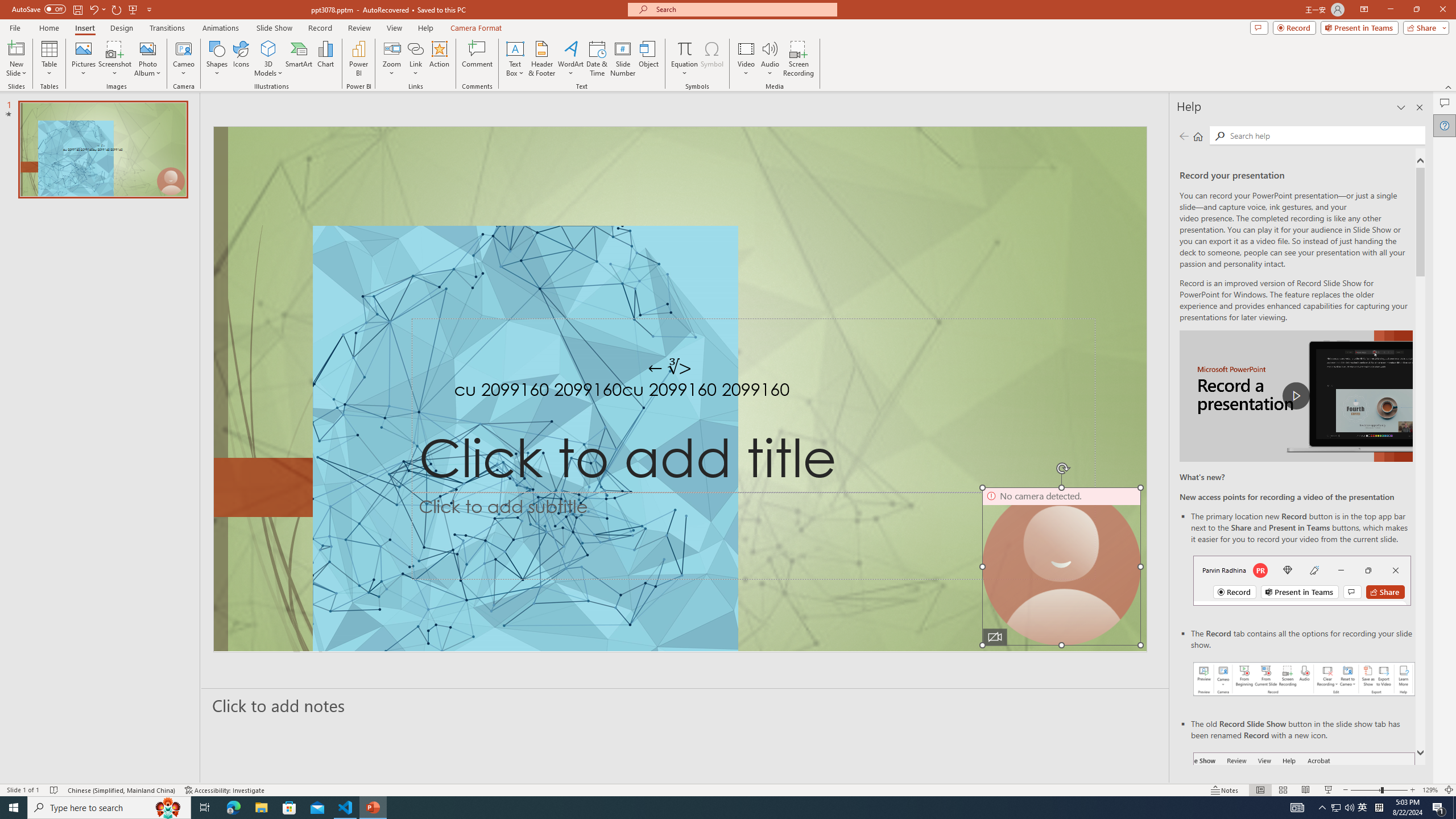 The height and width of the screenshot is (819, 1456). What do you see at coordinates (1061, 566) in the screenshot?
I see `'Camera 9, No camera detected.'` at bounding box center [1061, 566].